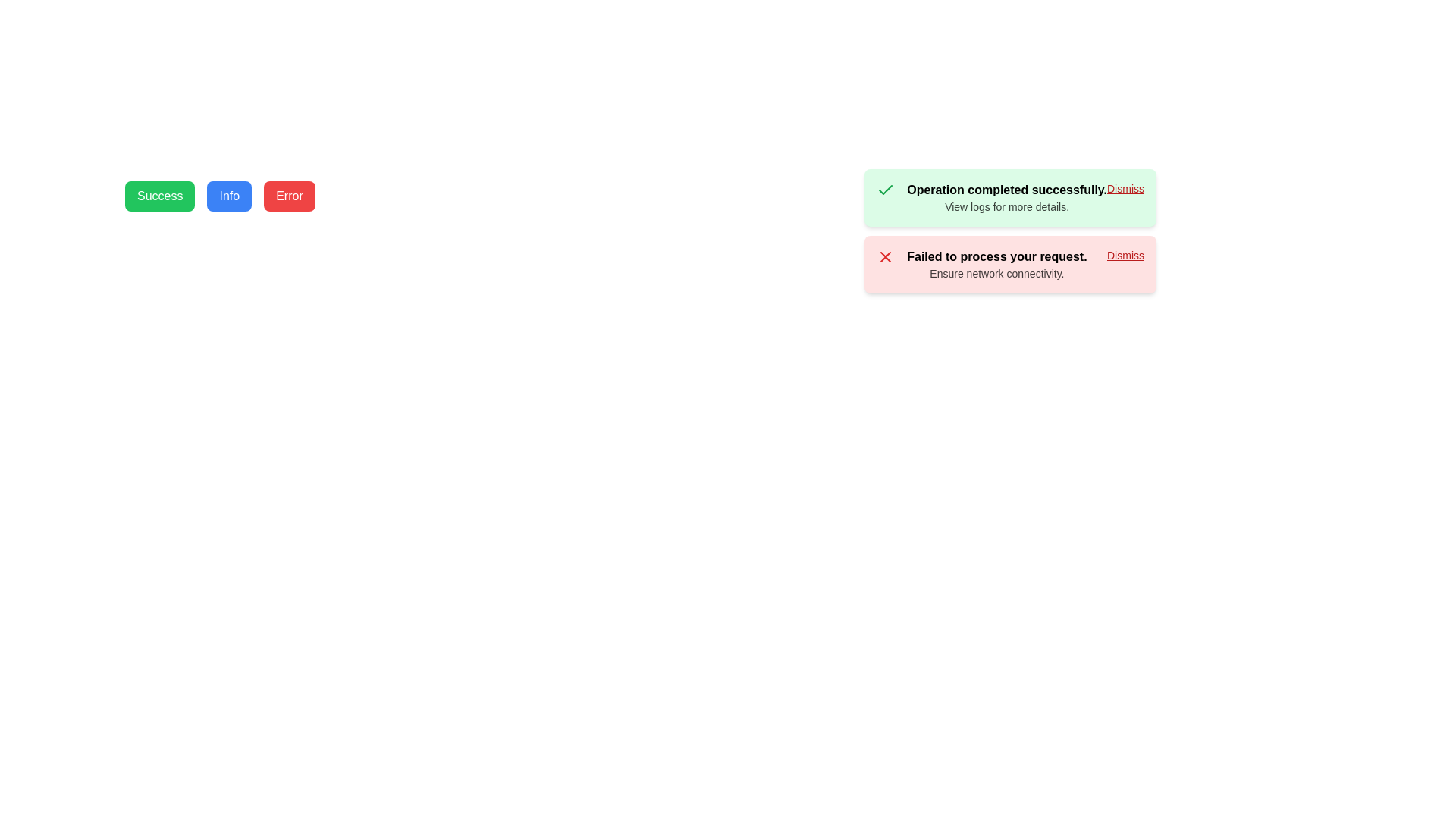 Image resolution: width=1456 pixels, height=819 pixels. I want to click on the 'Dismiss' hyperlink, which is styled as underlined red text within a green informational alert box located in the top-right corner of the page, so click(1125, 188).